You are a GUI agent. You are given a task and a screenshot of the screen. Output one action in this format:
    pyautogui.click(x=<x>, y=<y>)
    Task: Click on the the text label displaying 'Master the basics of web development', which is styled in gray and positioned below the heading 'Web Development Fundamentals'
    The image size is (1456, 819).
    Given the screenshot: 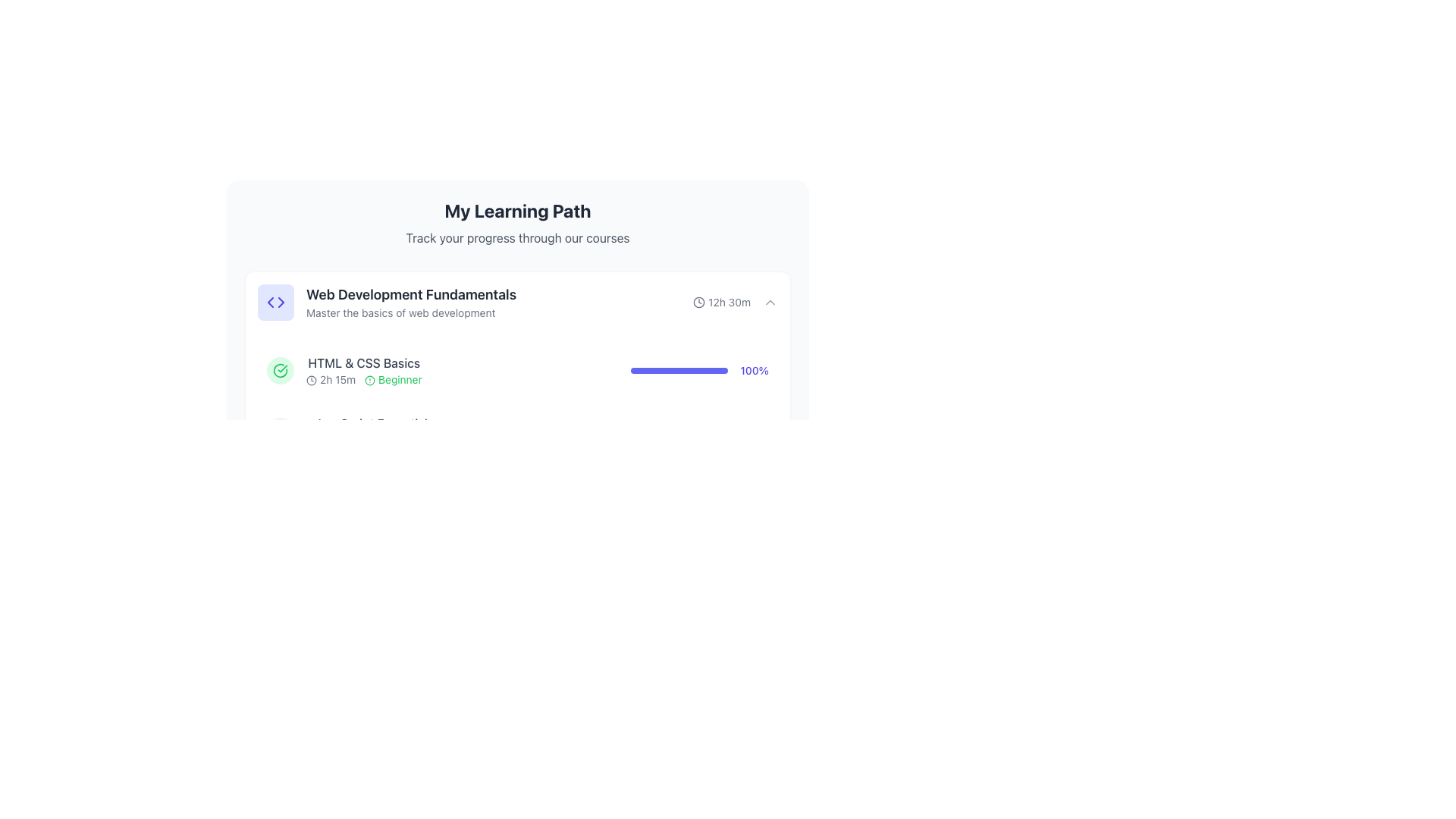 What is the action you would take?
    pyautogui.click(x=411, y=312)
    